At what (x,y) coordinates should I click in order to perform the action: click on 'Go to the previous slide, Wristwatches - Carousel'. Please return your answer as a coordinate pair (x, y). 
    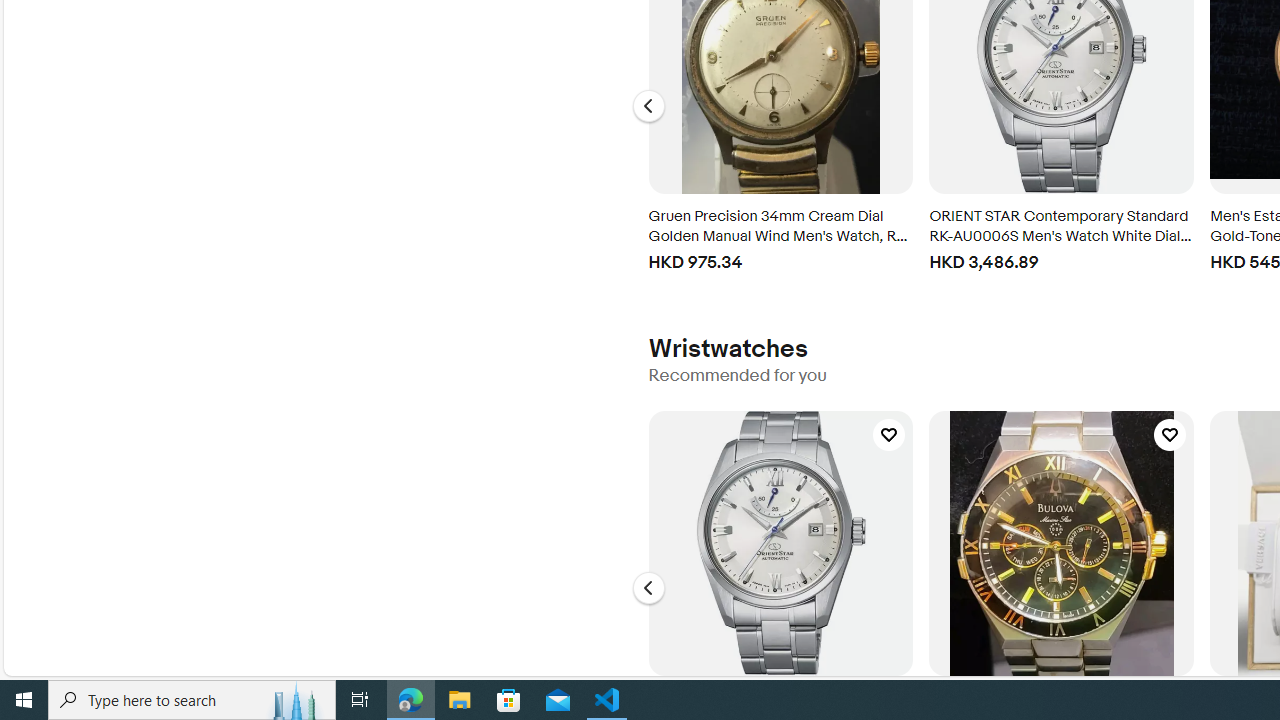
    Looking at the image, I should click on (648, 587).